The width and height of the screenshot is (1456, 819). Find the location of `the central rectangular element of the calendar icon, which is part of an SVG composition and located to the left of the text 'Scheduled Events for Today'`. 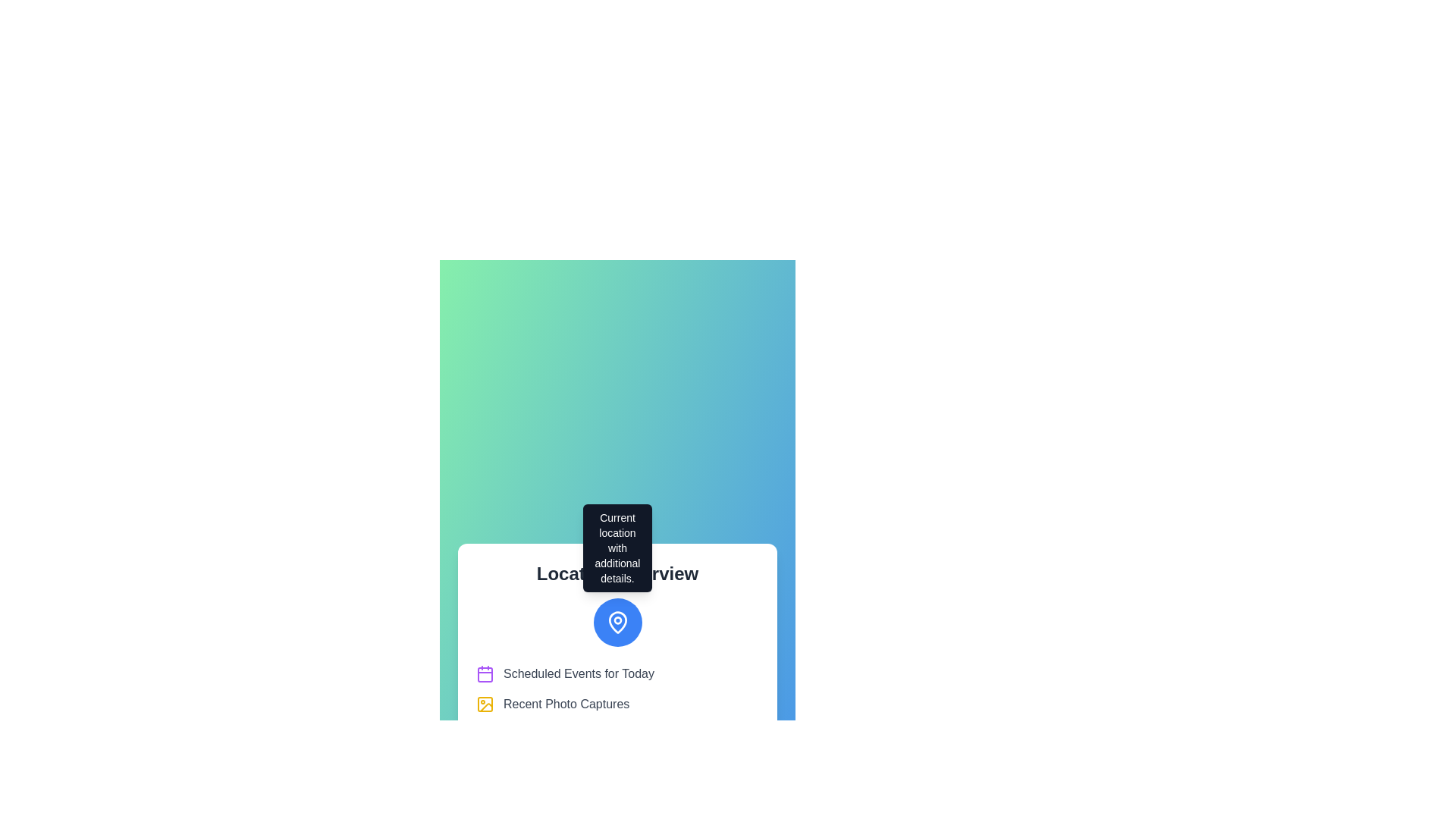

the central rectangular element of the calendar icon, which is part of an SVG composition and located to the left of the text 'Scheduled Events for Today' is located at coordinates (484, 674).